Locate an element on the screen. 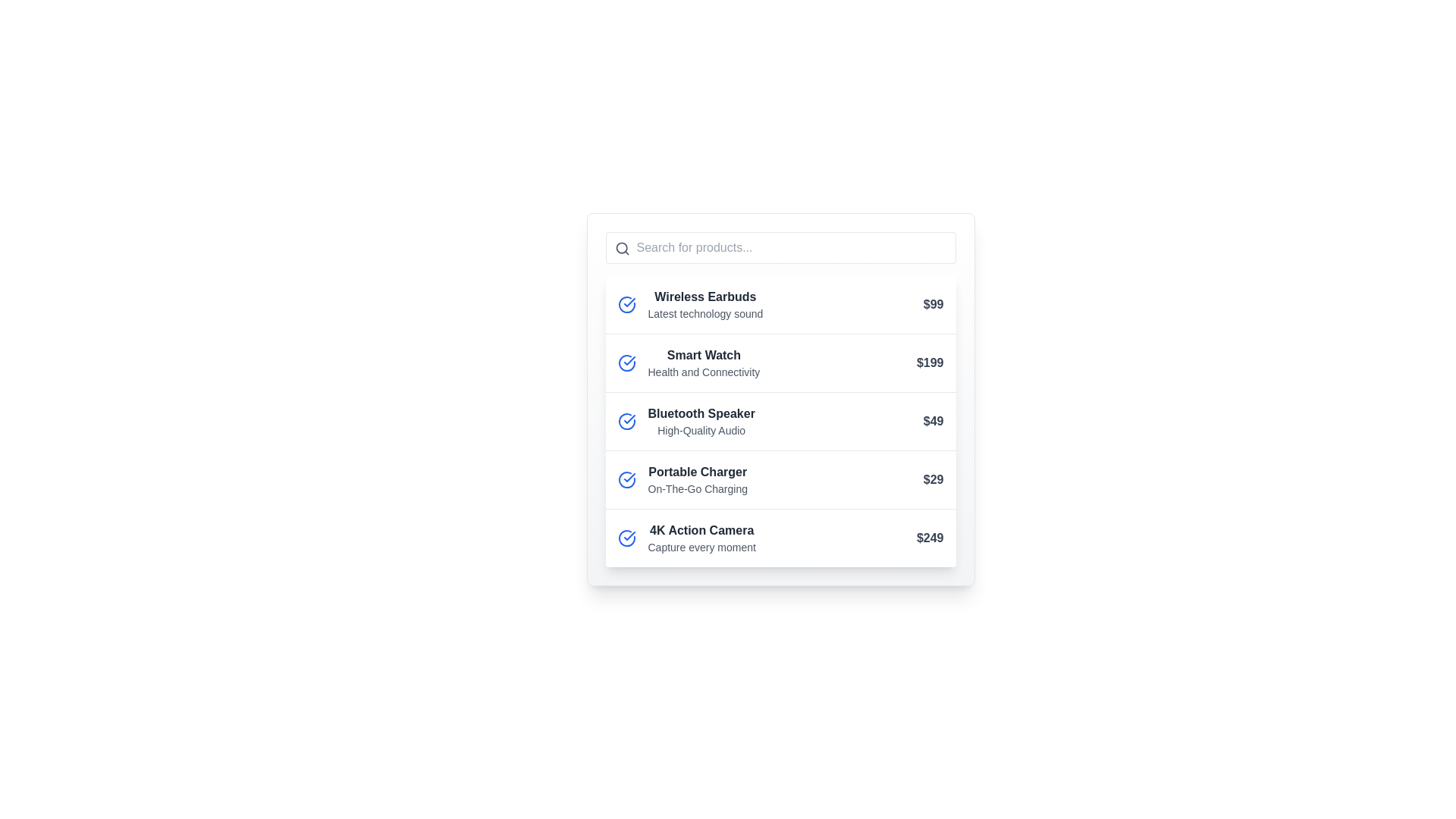  the graphical checkmark icon with a blue outline and white fill, located within a circular frame to the left of the '4K Action Camera' product in the list is located at coordinates (629, 535).